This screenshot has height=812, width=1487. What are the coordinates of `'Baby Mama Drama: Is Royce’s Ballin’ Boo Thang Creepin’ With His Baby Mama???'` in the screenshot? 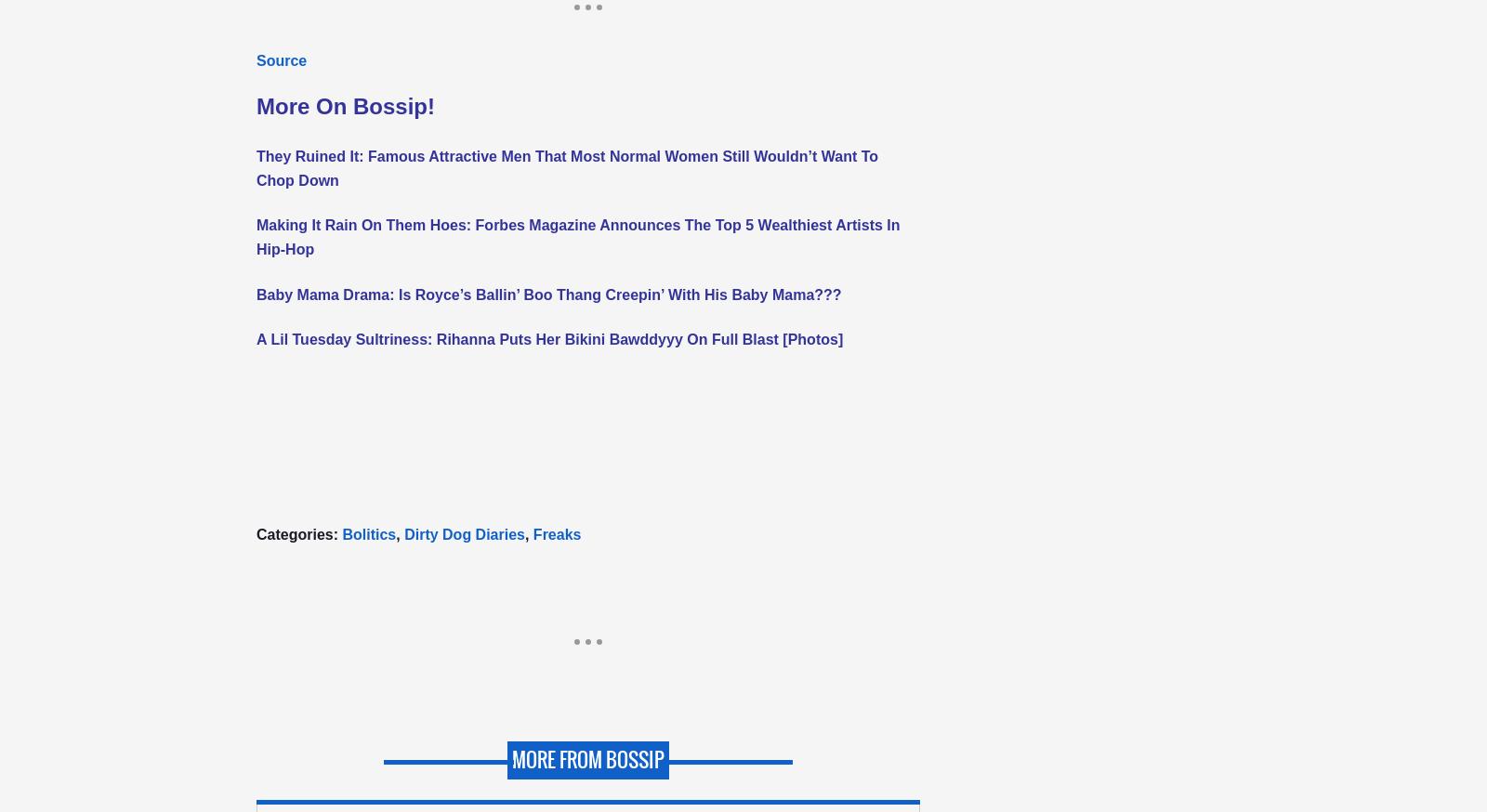 It's located at (547, 293).